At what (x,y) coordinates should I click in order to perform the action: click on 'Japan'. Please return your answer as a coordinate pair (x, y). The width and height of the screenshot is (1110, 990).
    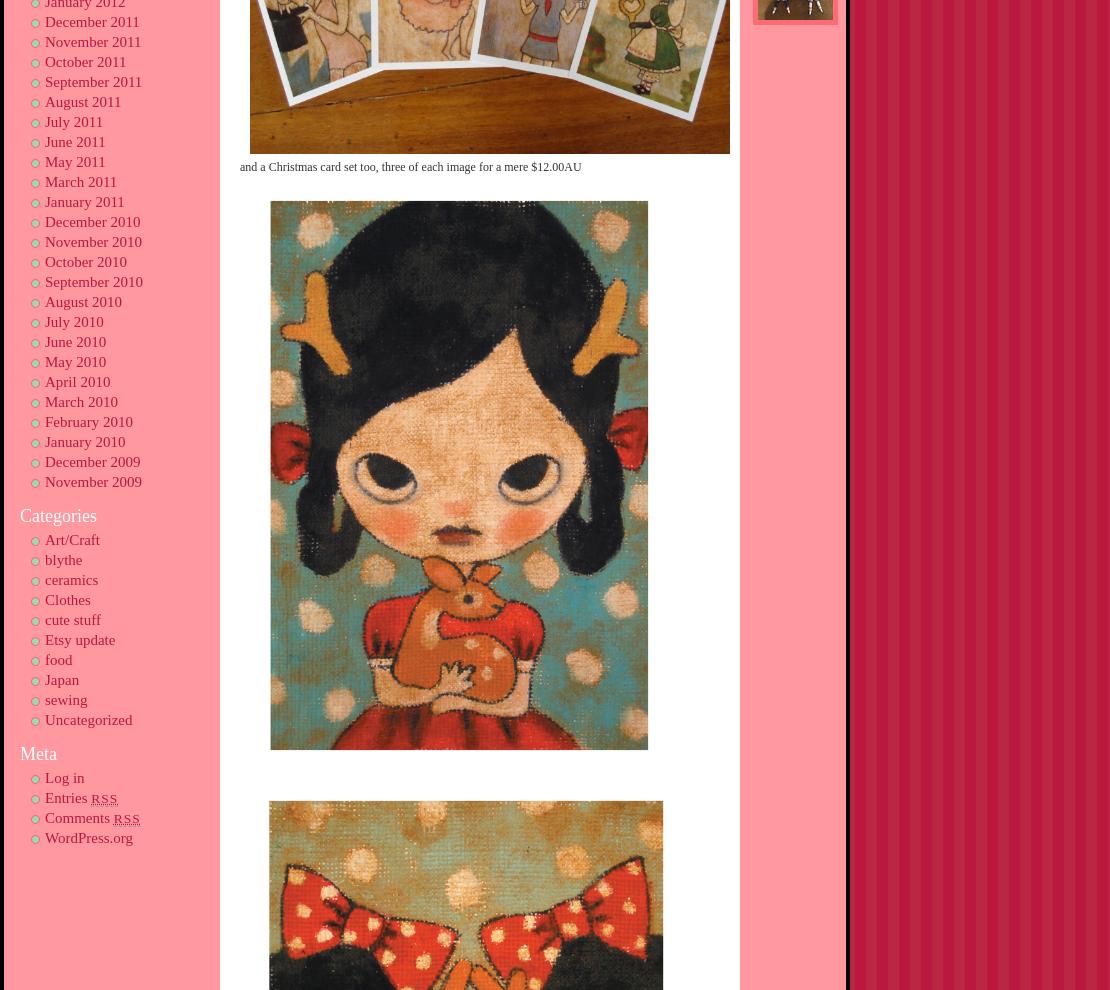
    Looking at the image, I should click on (61, 680).